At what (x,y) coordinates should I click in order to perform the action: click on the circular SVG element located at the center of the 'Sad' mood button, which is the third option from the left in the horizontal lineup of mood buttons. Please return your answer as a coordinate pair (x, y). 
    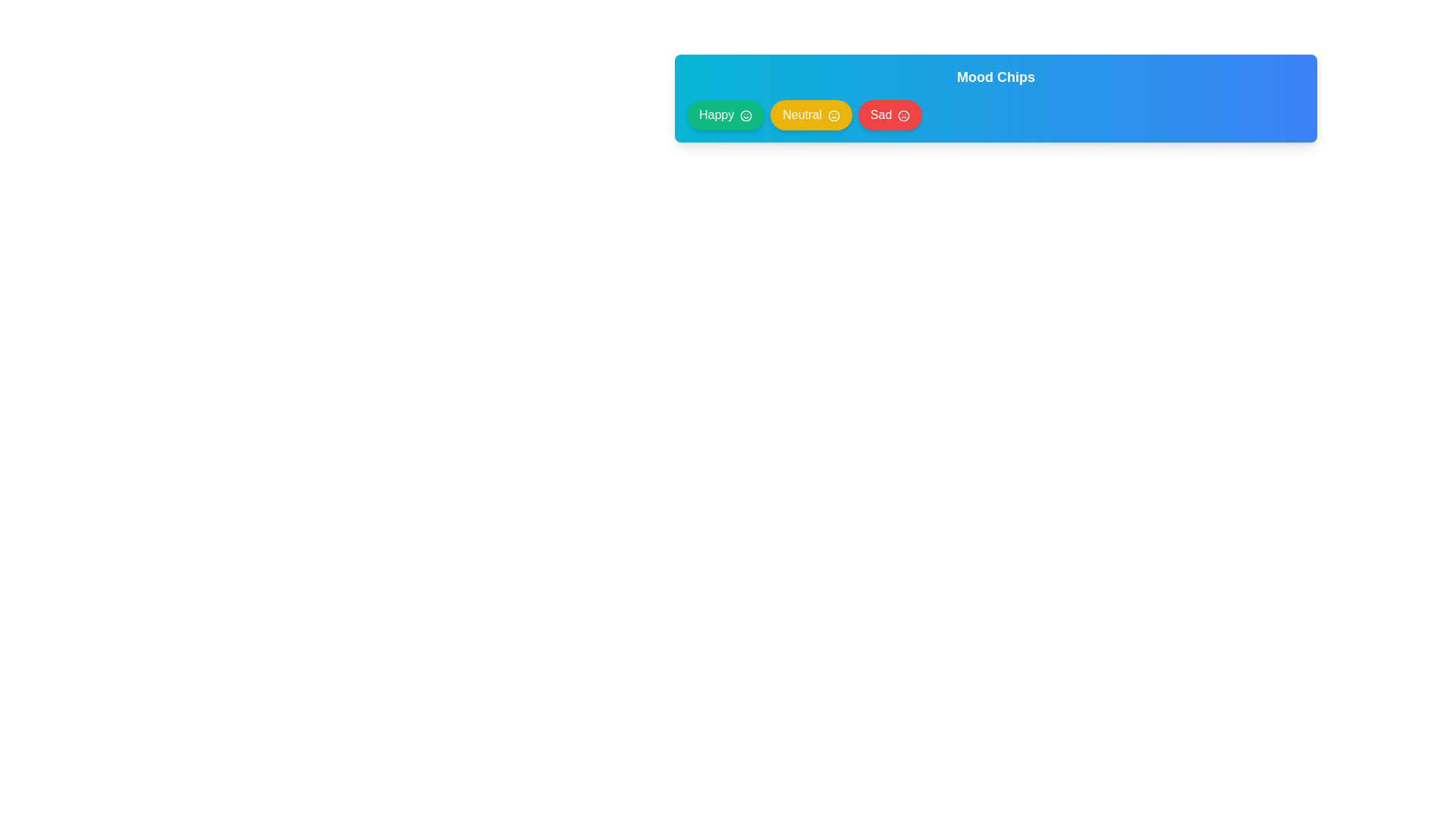
    Looking at the image, I should click on (904, 115).